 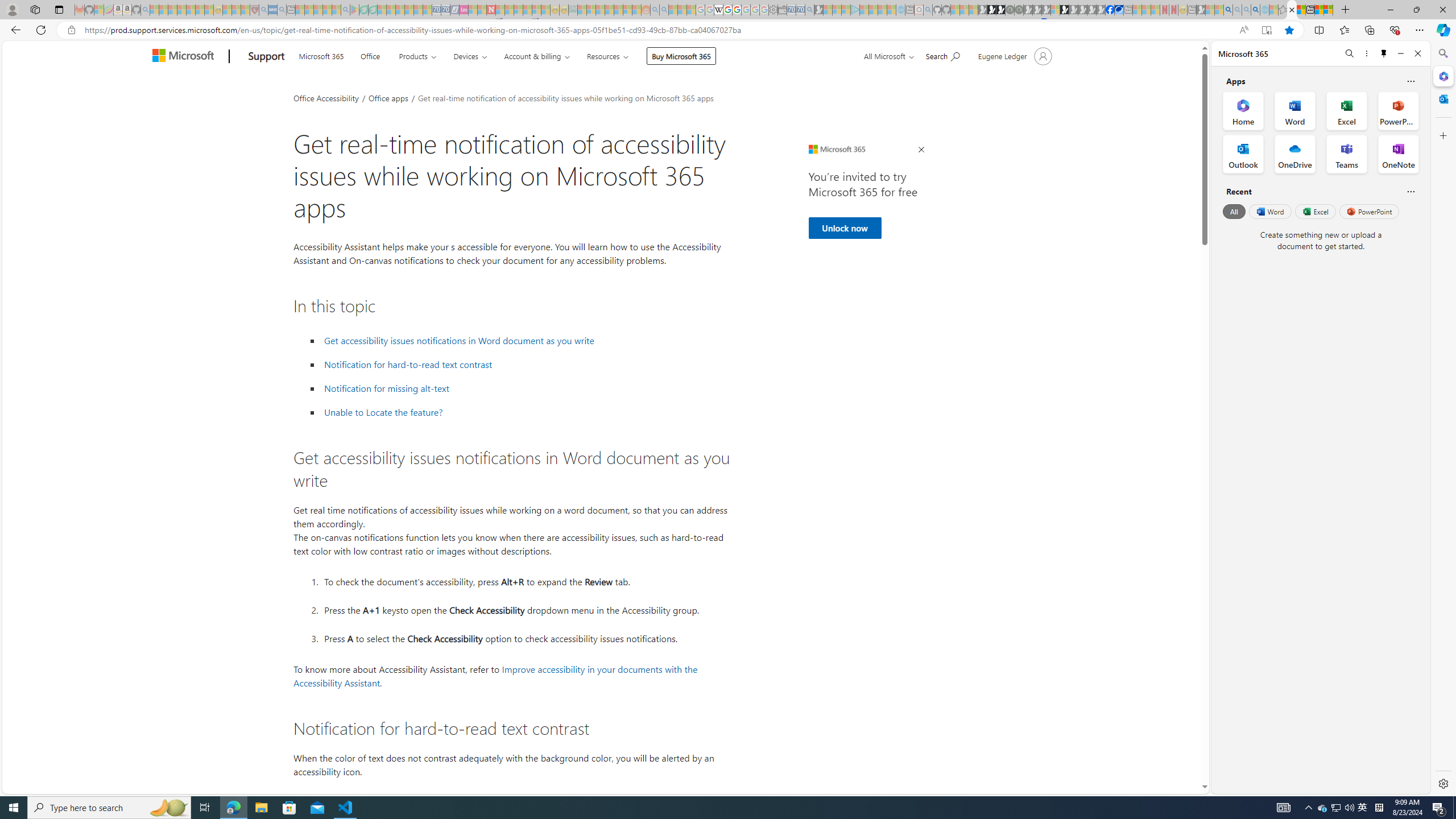 I want to click on 'PowerPoint', so click(x=1368, y=211).